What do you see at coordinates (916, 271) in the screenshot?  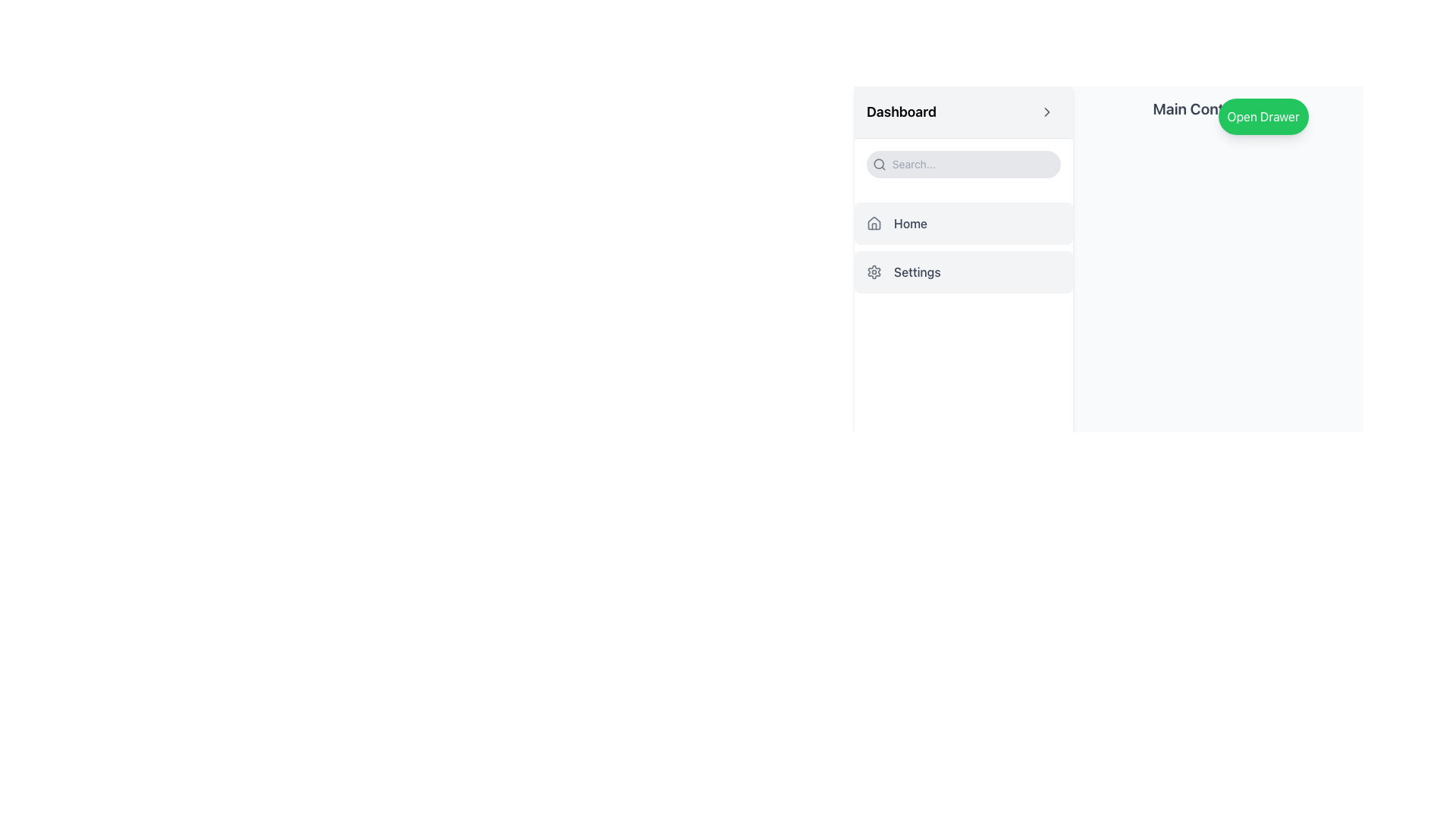 I see `the 'Settings' text label in the sidebar navigation` at bounding box center [916, 271].